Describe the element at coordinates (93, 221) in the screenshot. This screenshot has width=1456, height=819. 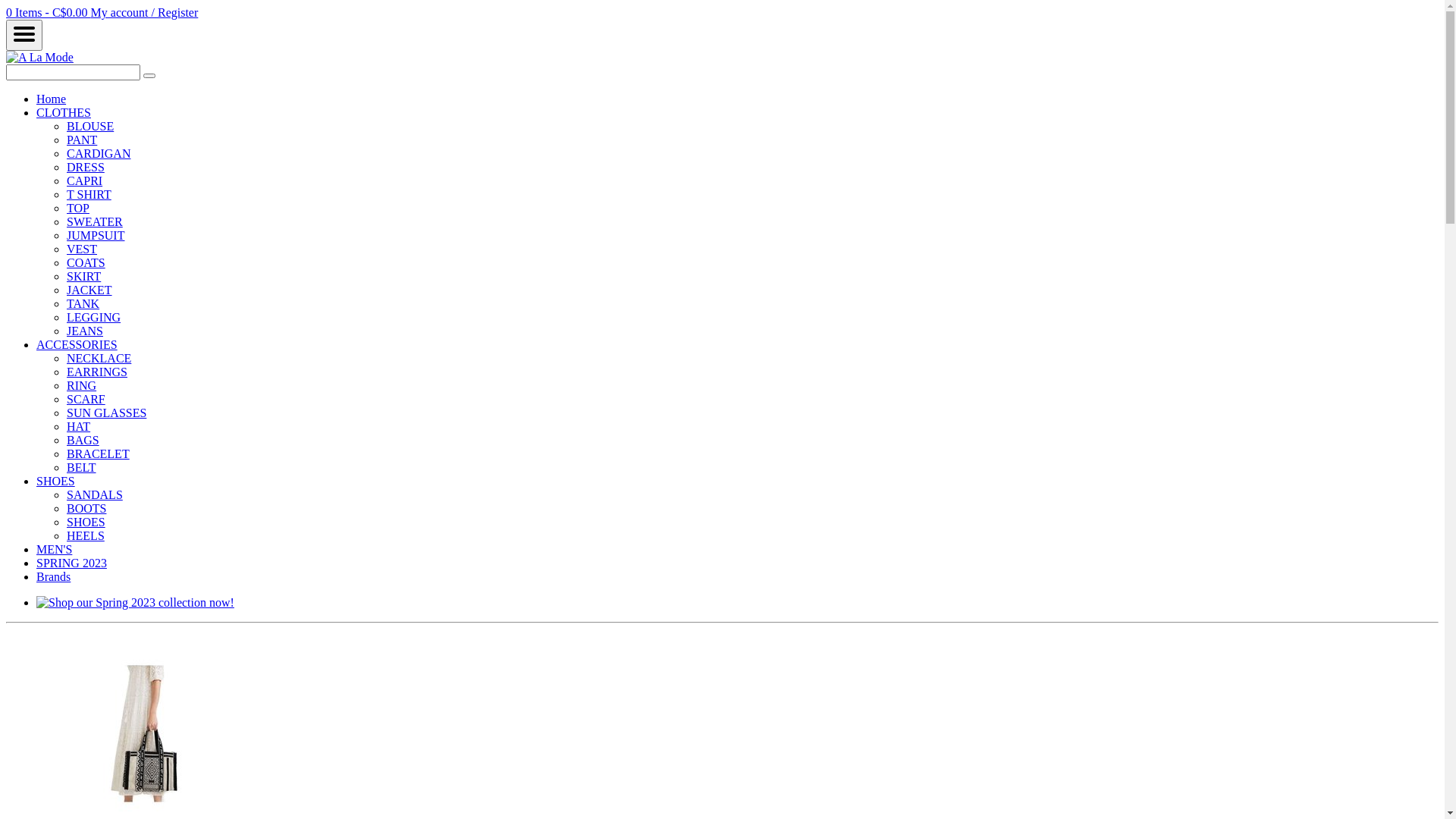
I see `'SWEATER'` at that location.